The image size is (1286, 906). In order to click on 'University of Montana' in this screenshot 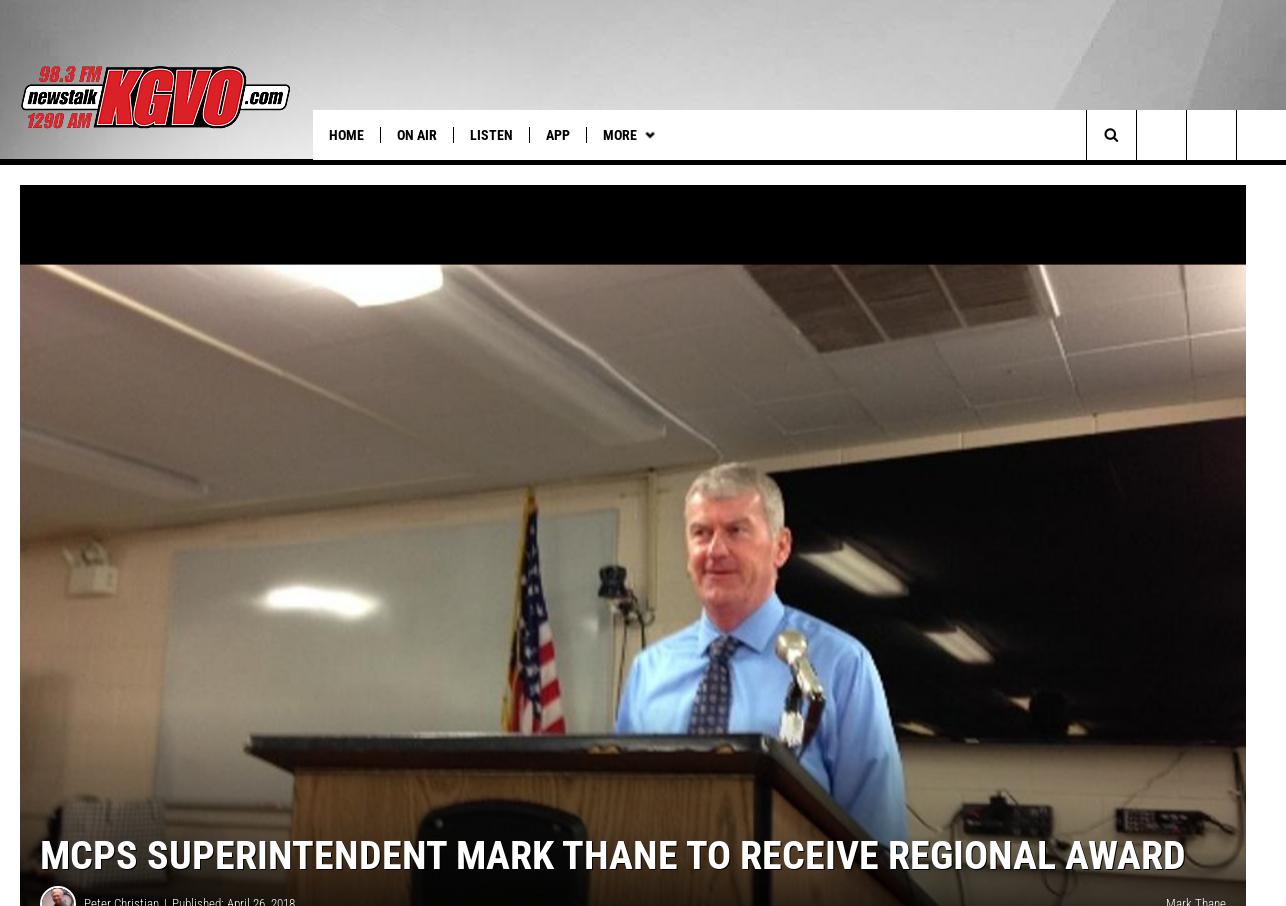, I will do `click(796, 176)`.